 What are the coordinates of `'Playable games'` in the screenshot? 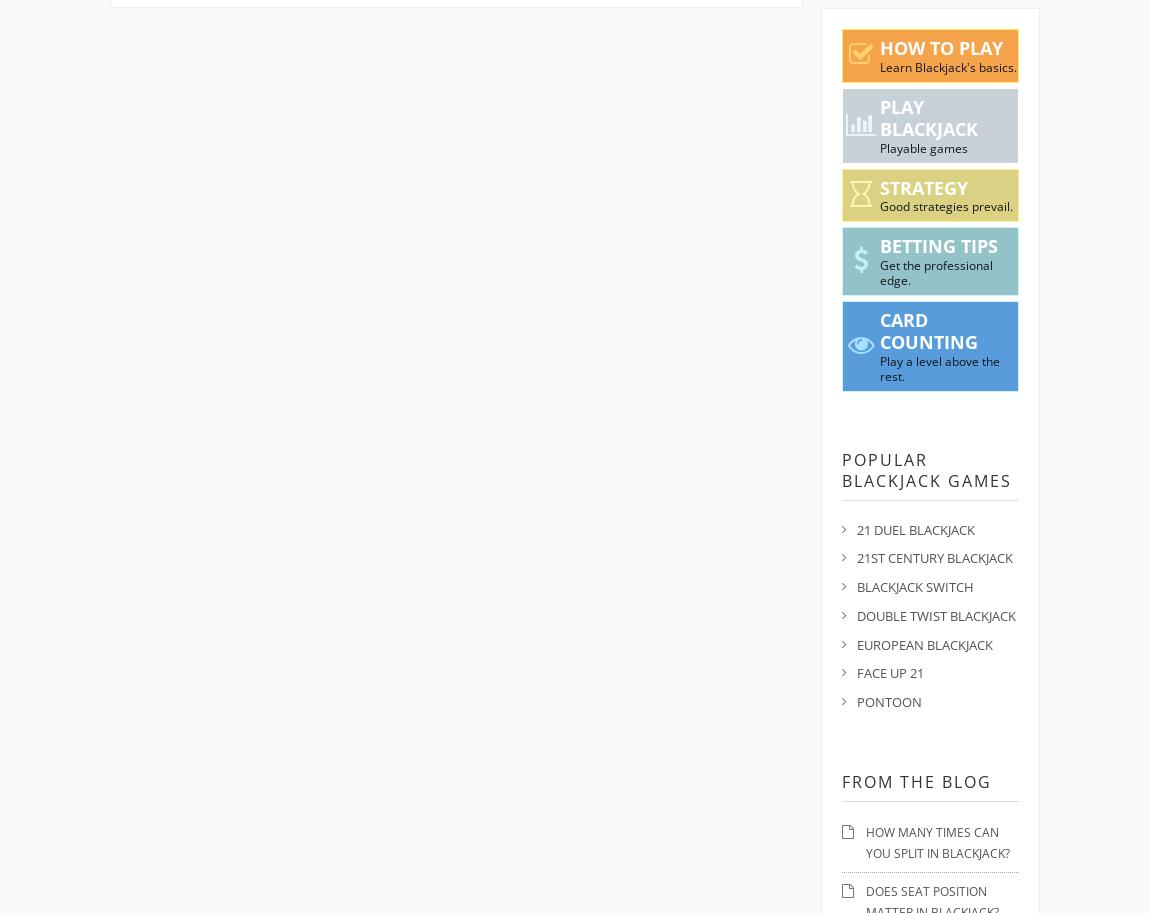 It's located at (922, 146).